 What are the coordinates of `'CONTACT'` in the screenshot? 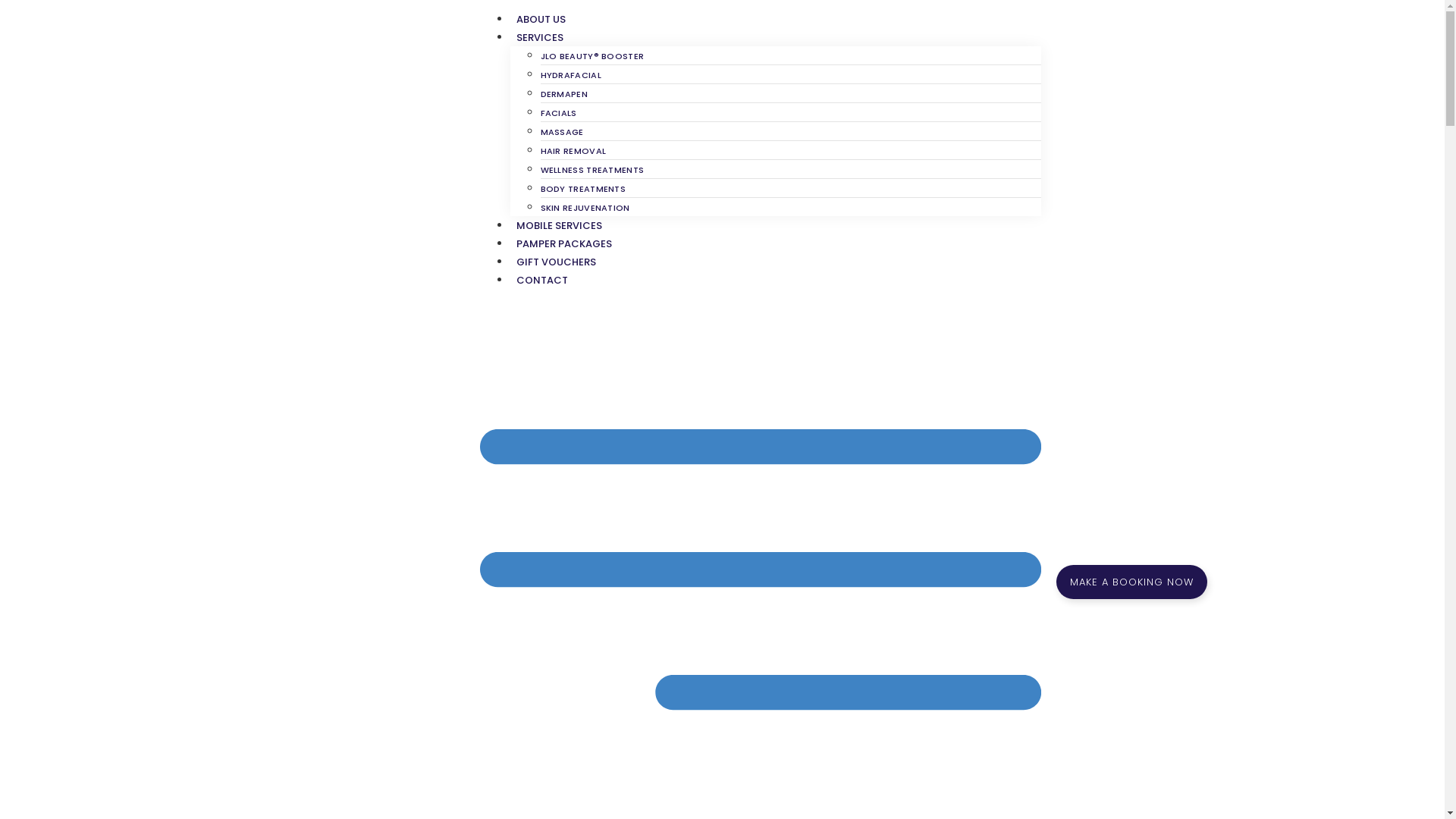 It's located at (541, 280).